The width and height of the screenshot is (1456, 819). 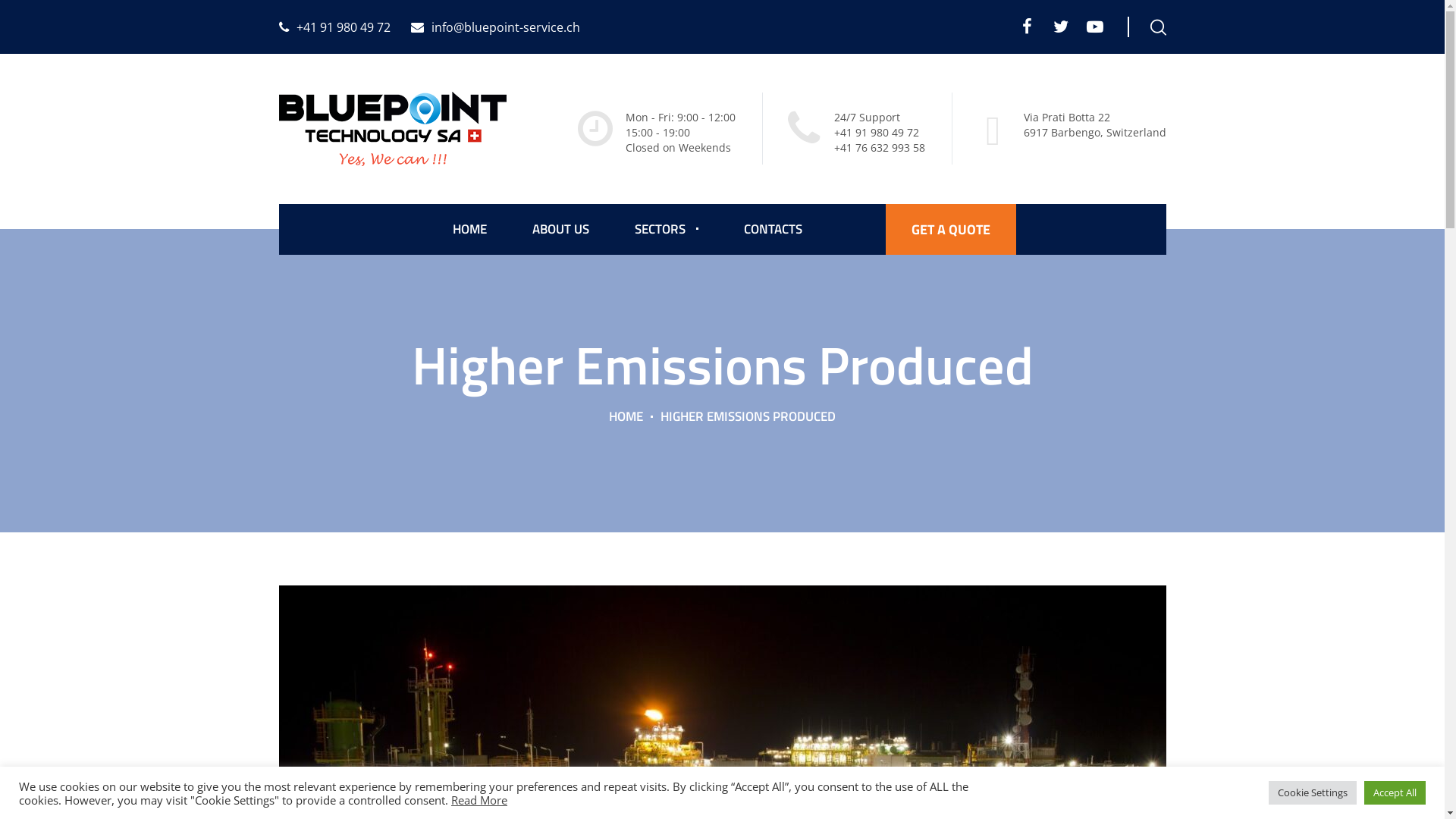 I want to click on 'HOME', so click(x=608, y=416).